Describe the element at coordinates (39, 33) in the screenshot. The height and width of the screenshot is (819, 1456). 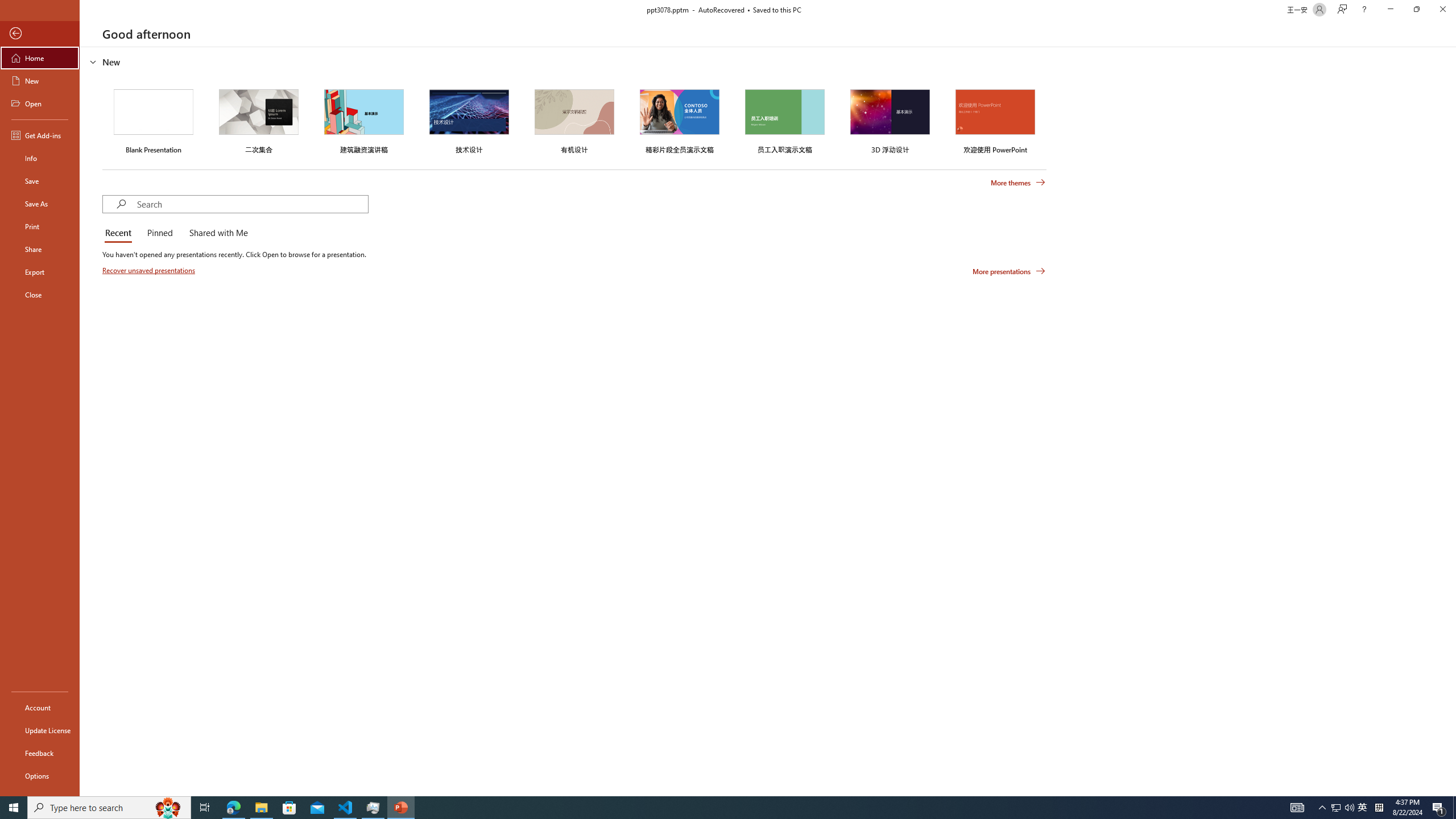
I see `'Back'` at that location.